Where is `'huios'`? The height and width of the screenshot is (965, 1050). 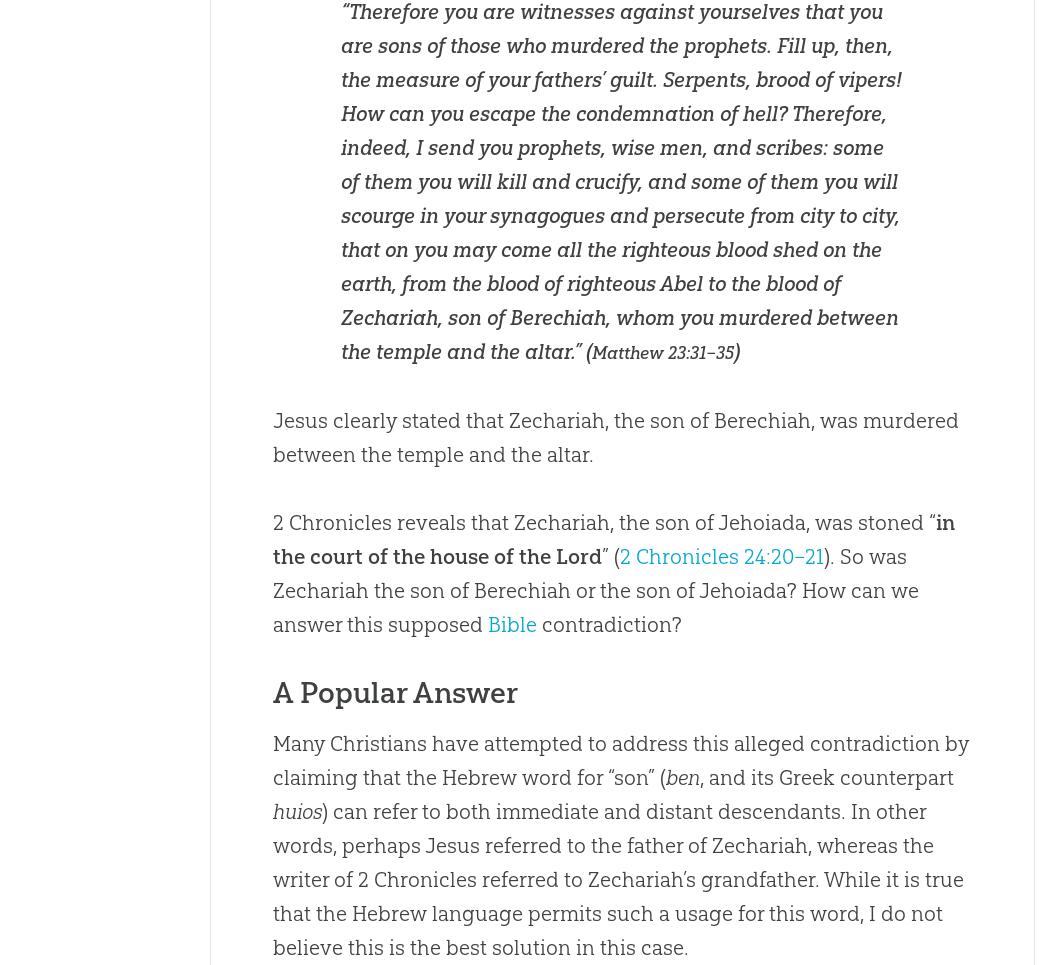 'huios' is located at coordinates (295, 811).